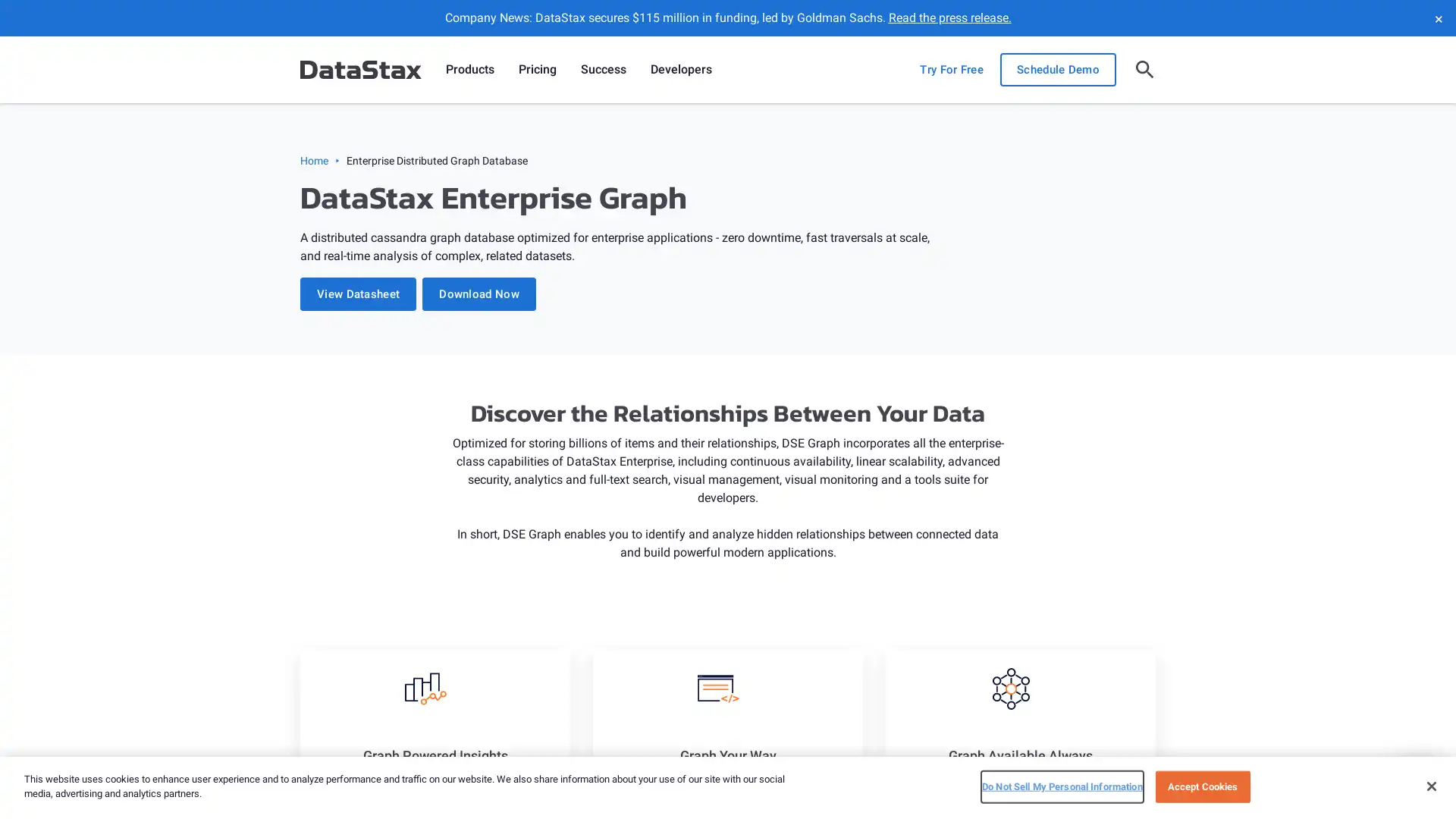 The image size is (1456, 819). I want to click on Accept Cookies, so click(1201, 786).